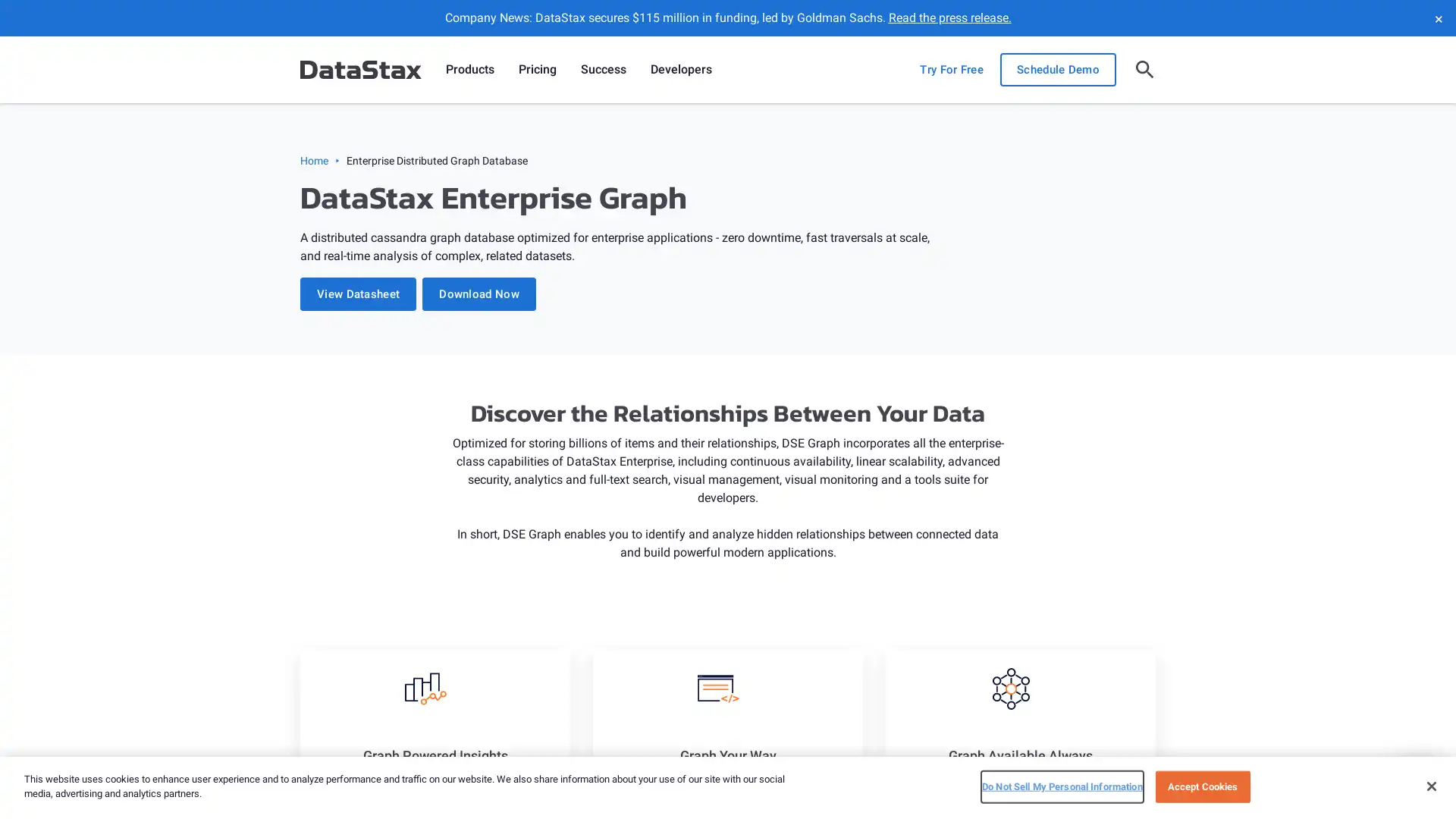 The image size is (1456, 819). I want to click on Accept Cookies, so click(1201, 786).